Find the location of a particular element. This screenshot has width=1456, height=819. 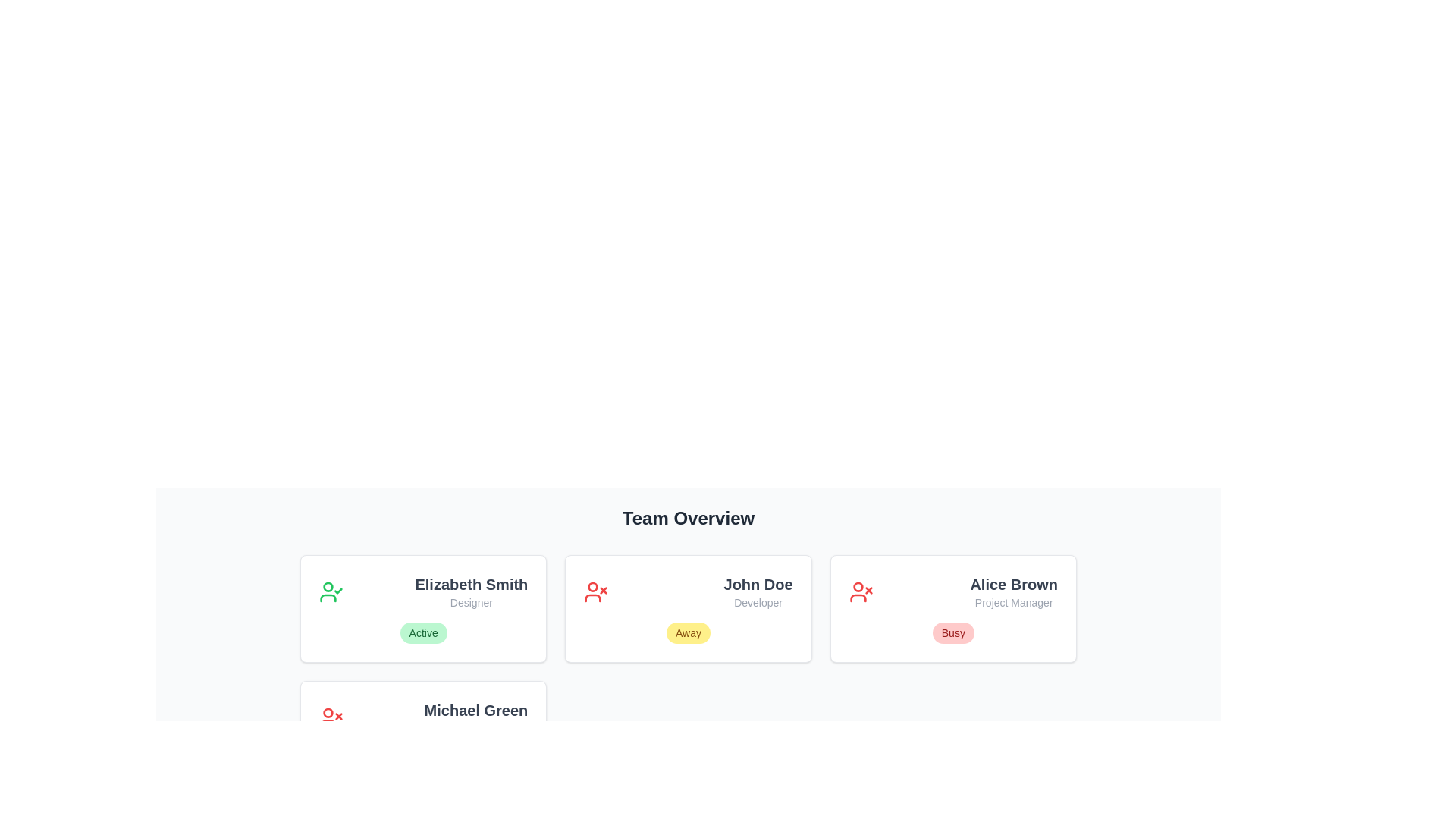

the Text label displaying the name and role of an individual, located in the rightmost card under 'Team Overview', above the 'Busy' status indicator is located at coordinates (1014, 591).